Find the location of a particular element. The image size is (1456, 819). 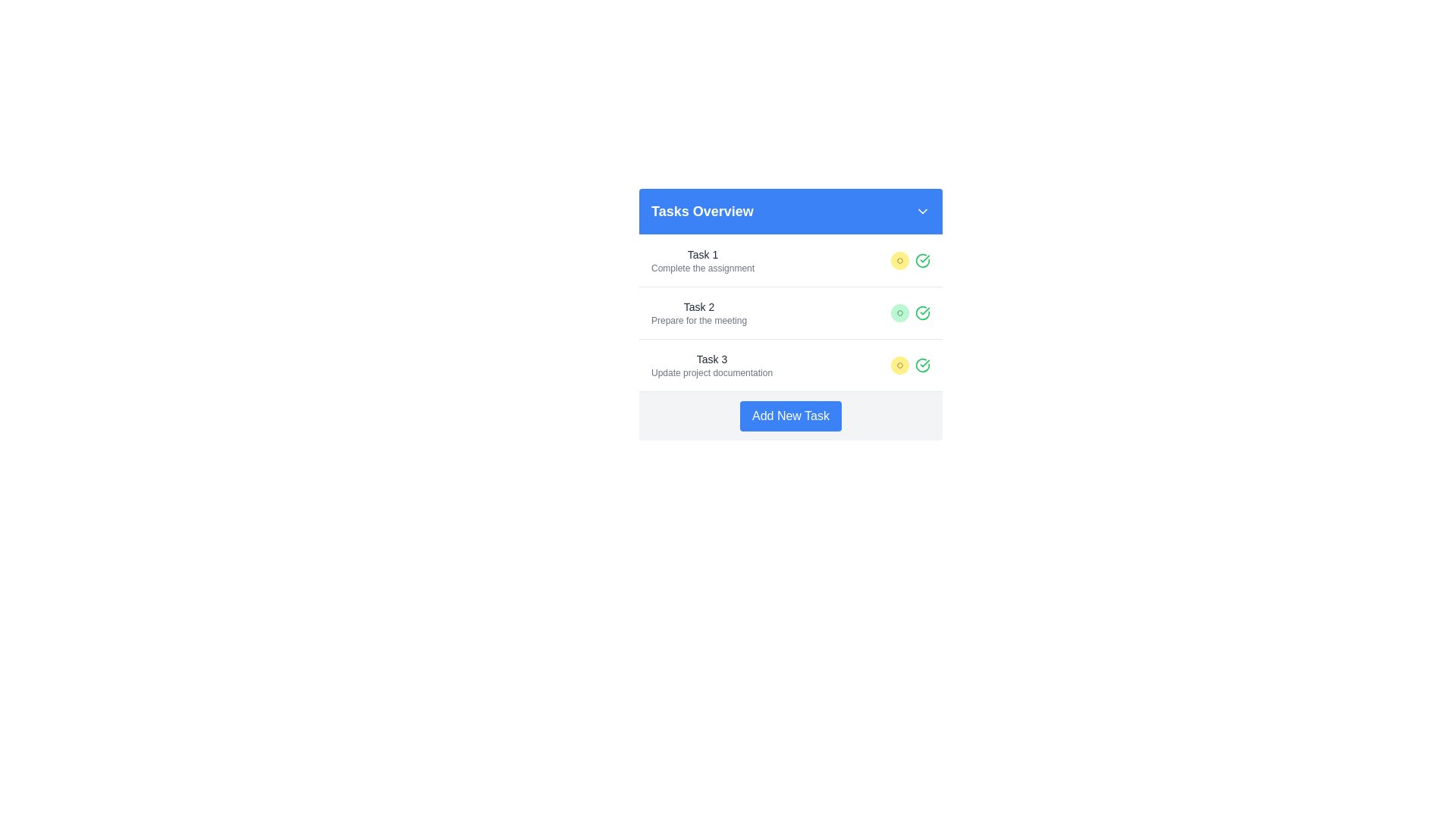

the 'Task 2' text label, which is styled with a medium-weight sans-serif font in dark gray is located at coordinates (698, 307).